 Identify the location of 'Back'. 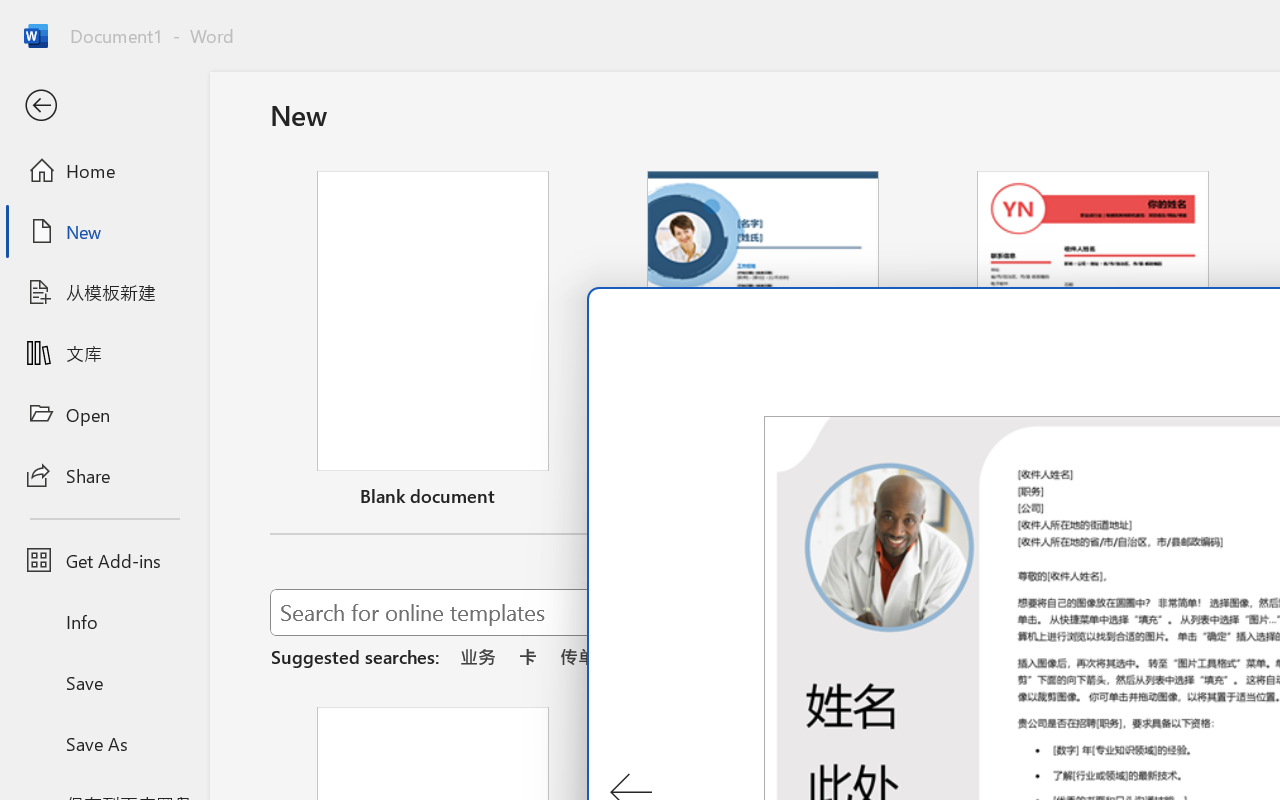
(103, 105).